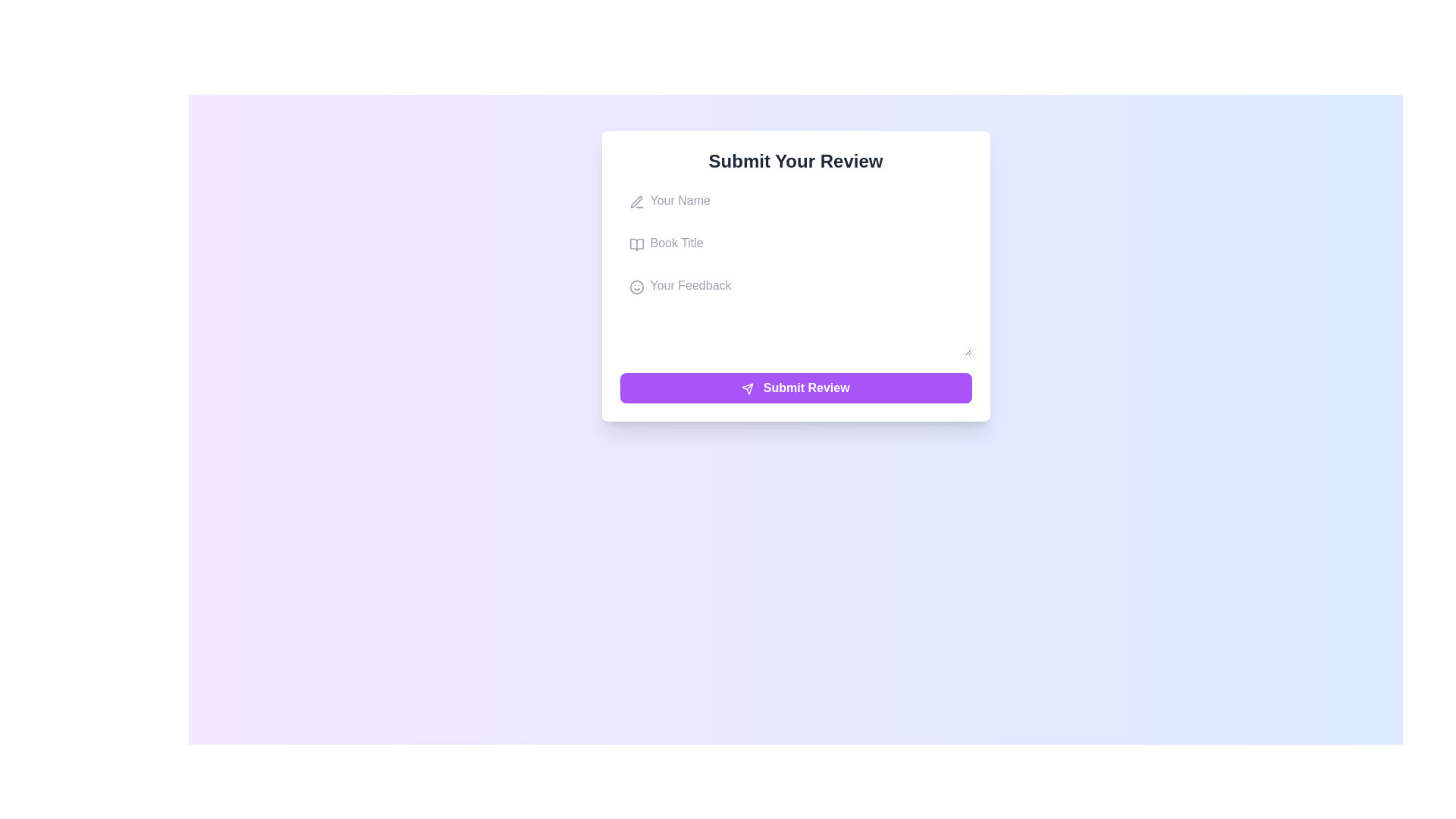 The height and width of the screenshot is (819, 1456). Describe the element at coordinates (636, 201) in the screenshot. I see `the pen icon that signifies an editable input field for the 'Your Name' label` at that location.